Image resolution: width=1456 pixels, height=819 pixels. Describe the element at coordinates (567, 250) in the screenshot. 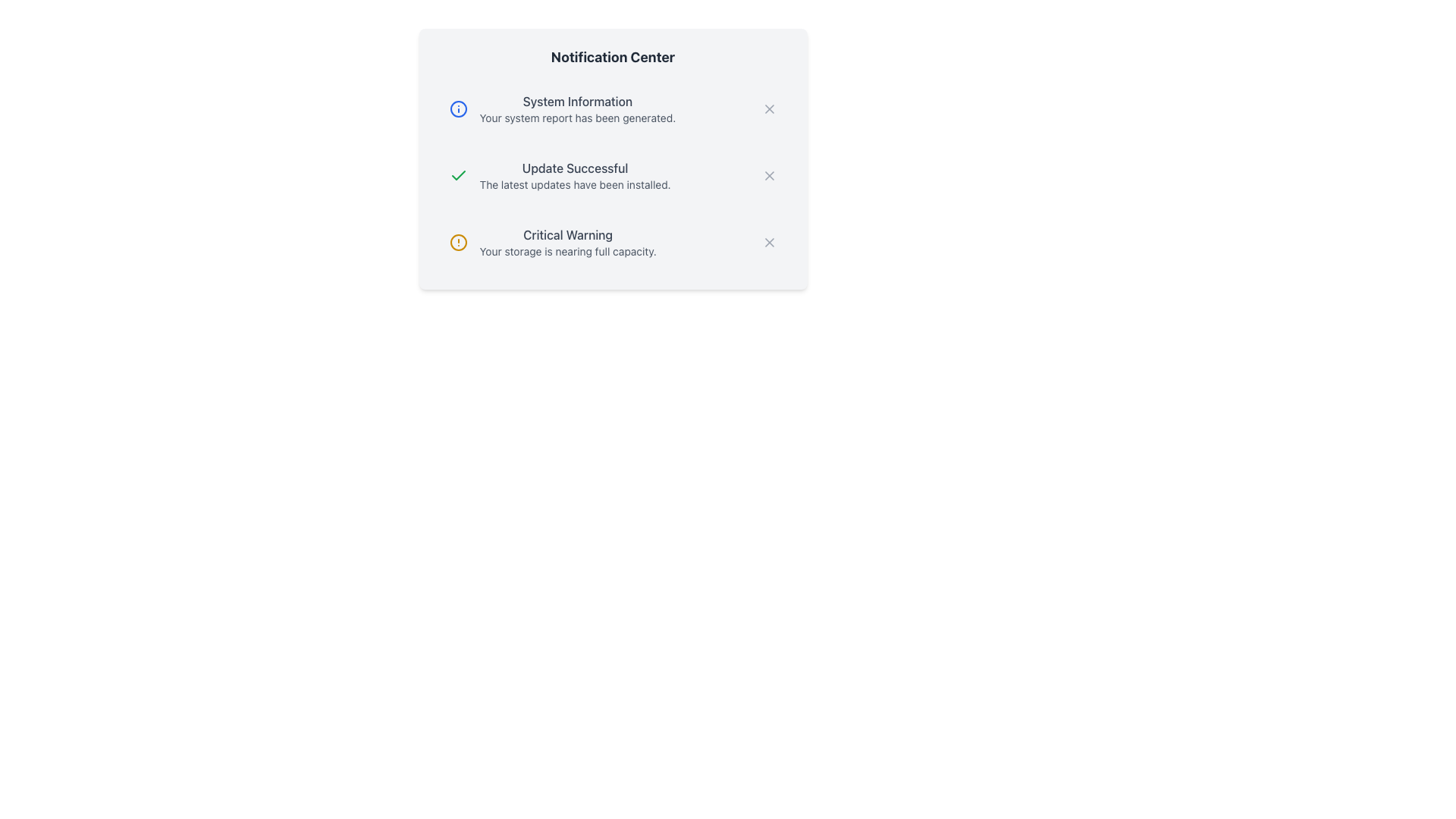

I see `the text label that reads 'Your storage is nearing full capacity.' which is styled with a smaller font size and gray color, located below the 'Critical Warning' text in the notification panel` at that location.